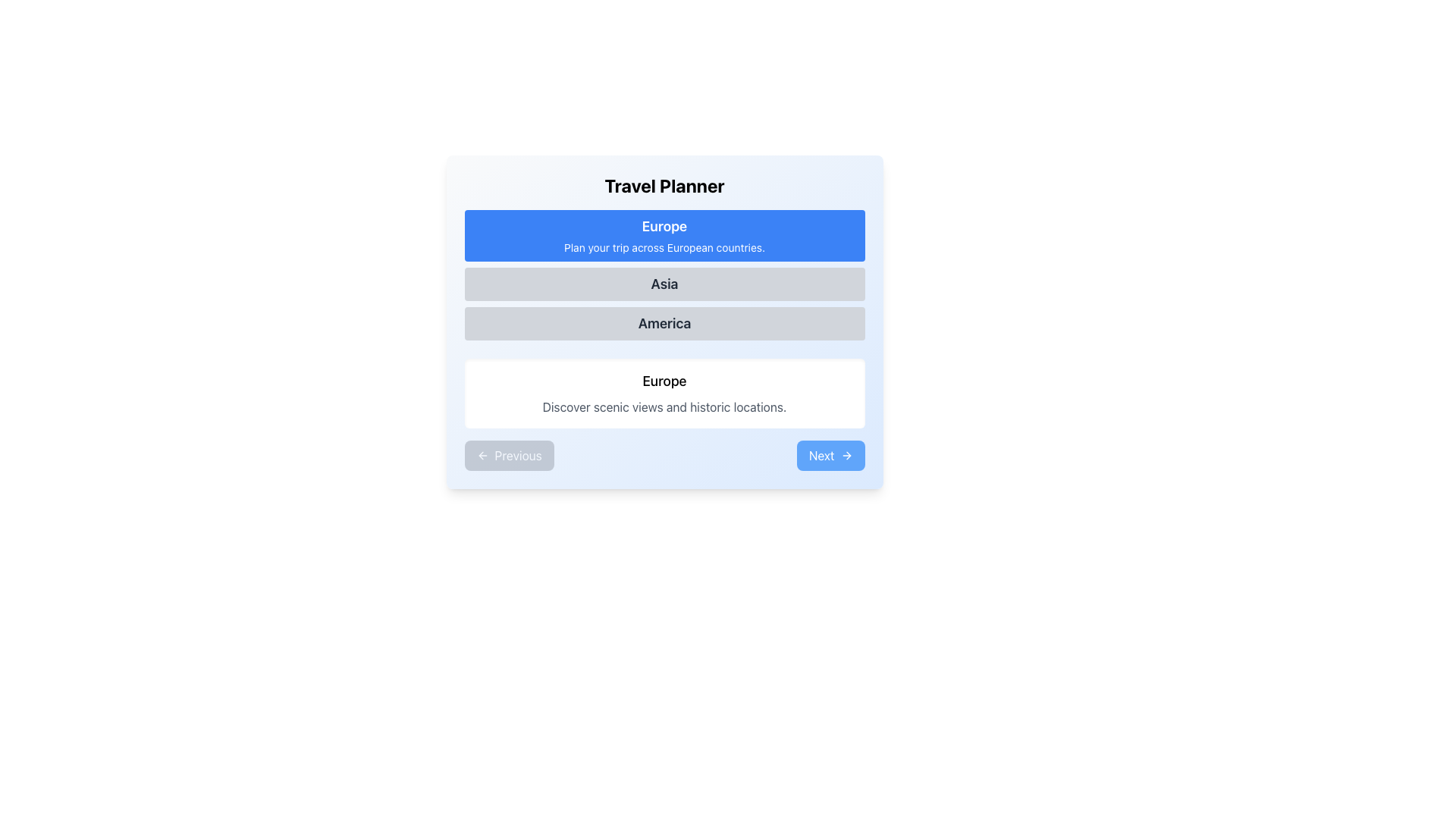 The image size is (1456, 819). I want to click on supporting descriptive text located directly beneath the heading 'Europe' in the 'Travel Planner' section, which provides additional information about the content or activities associated with the chosen region, so click(664, 406).